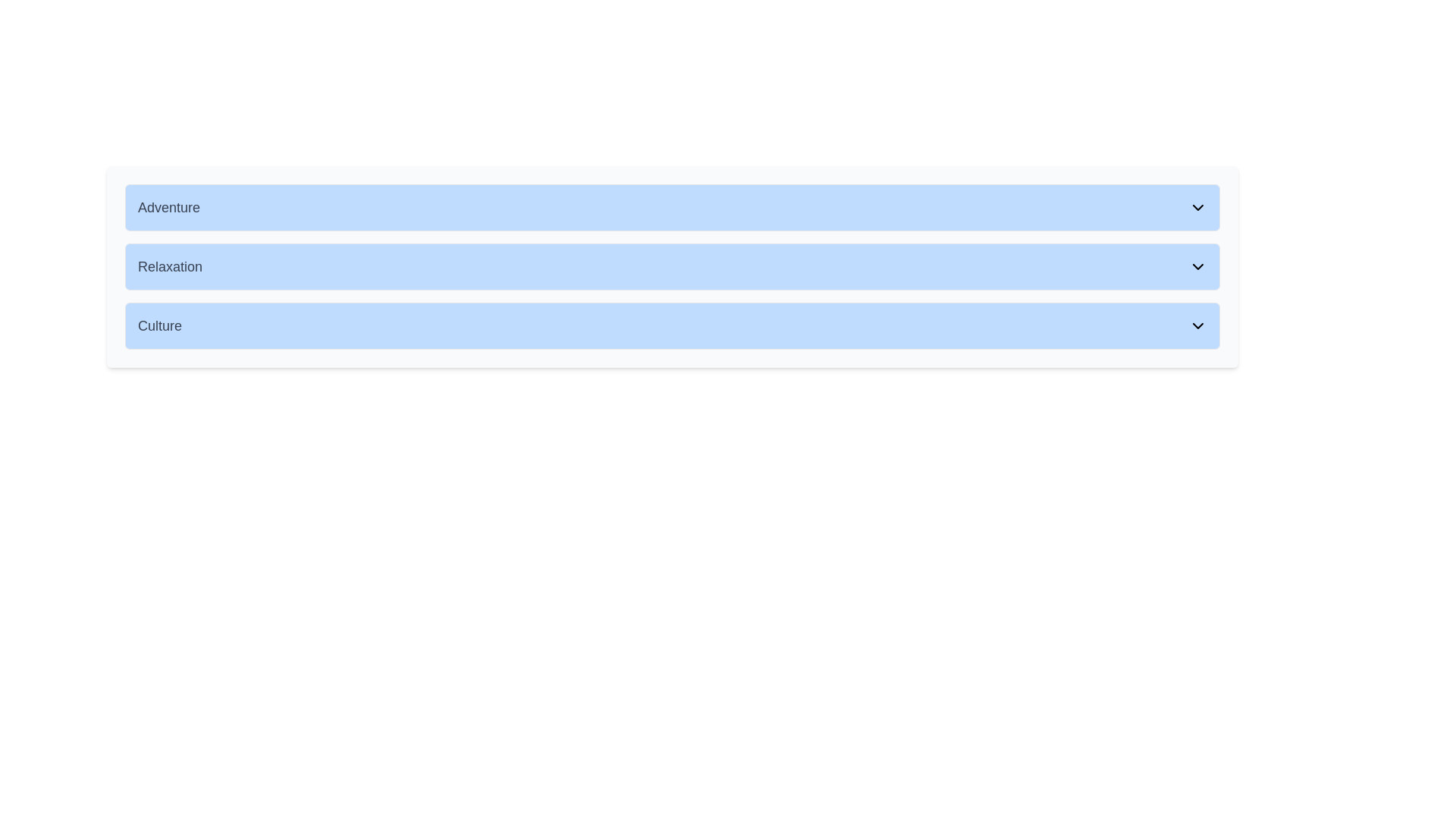 This screenshot has width=1456, height=819. I want to click on the downward-pointing chevron icon located at the far right of the blue panel labeled 'Adventure' to trigger interactive feedback, so click(1197, 207).